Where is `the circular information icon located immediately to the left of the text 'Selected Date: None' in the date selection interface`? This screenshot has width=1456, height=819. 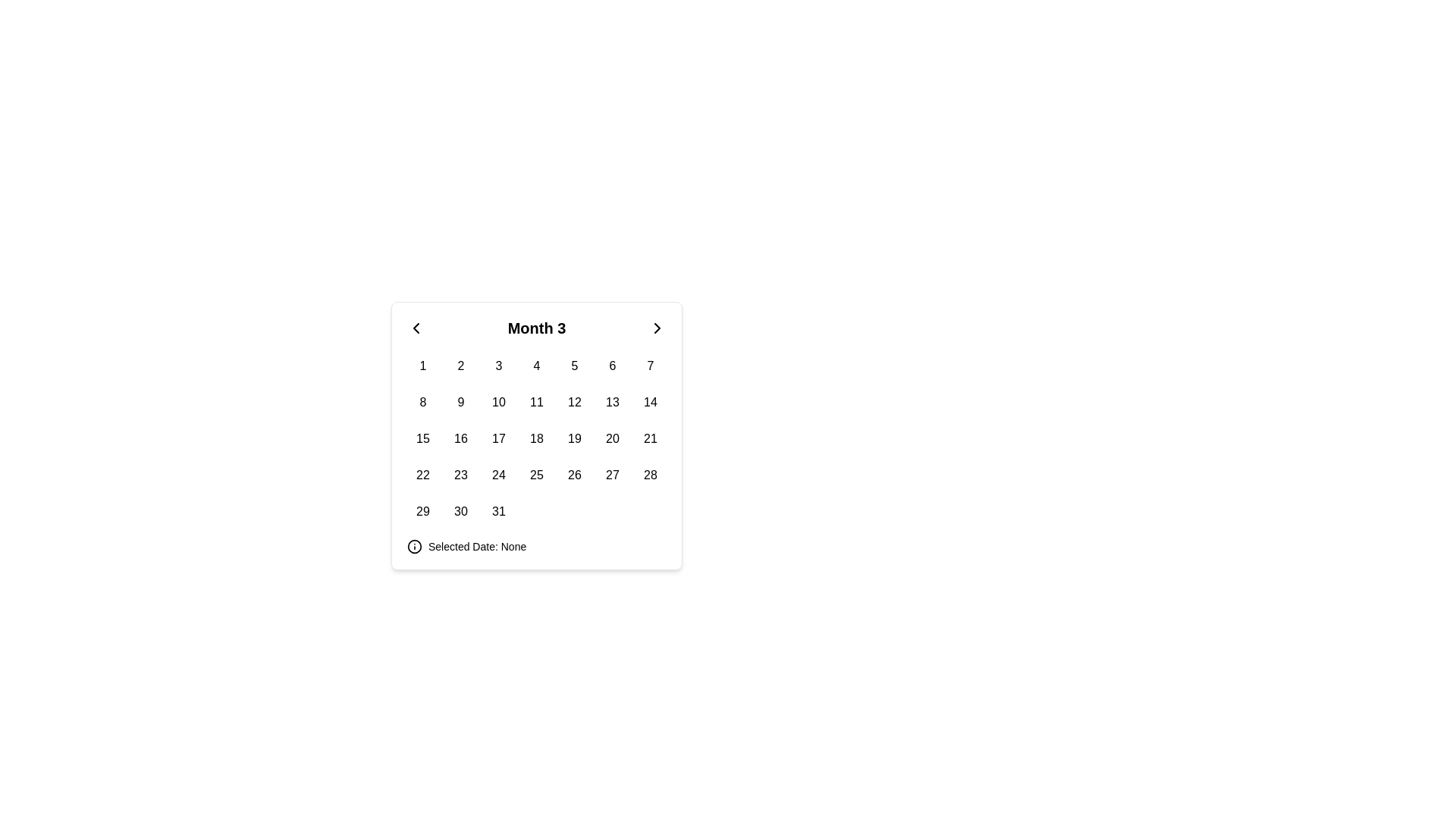 the circular information icon located immediately to the left of the text 'Selected Date: None' in the date selection interface is located at coordinates (415, 547).